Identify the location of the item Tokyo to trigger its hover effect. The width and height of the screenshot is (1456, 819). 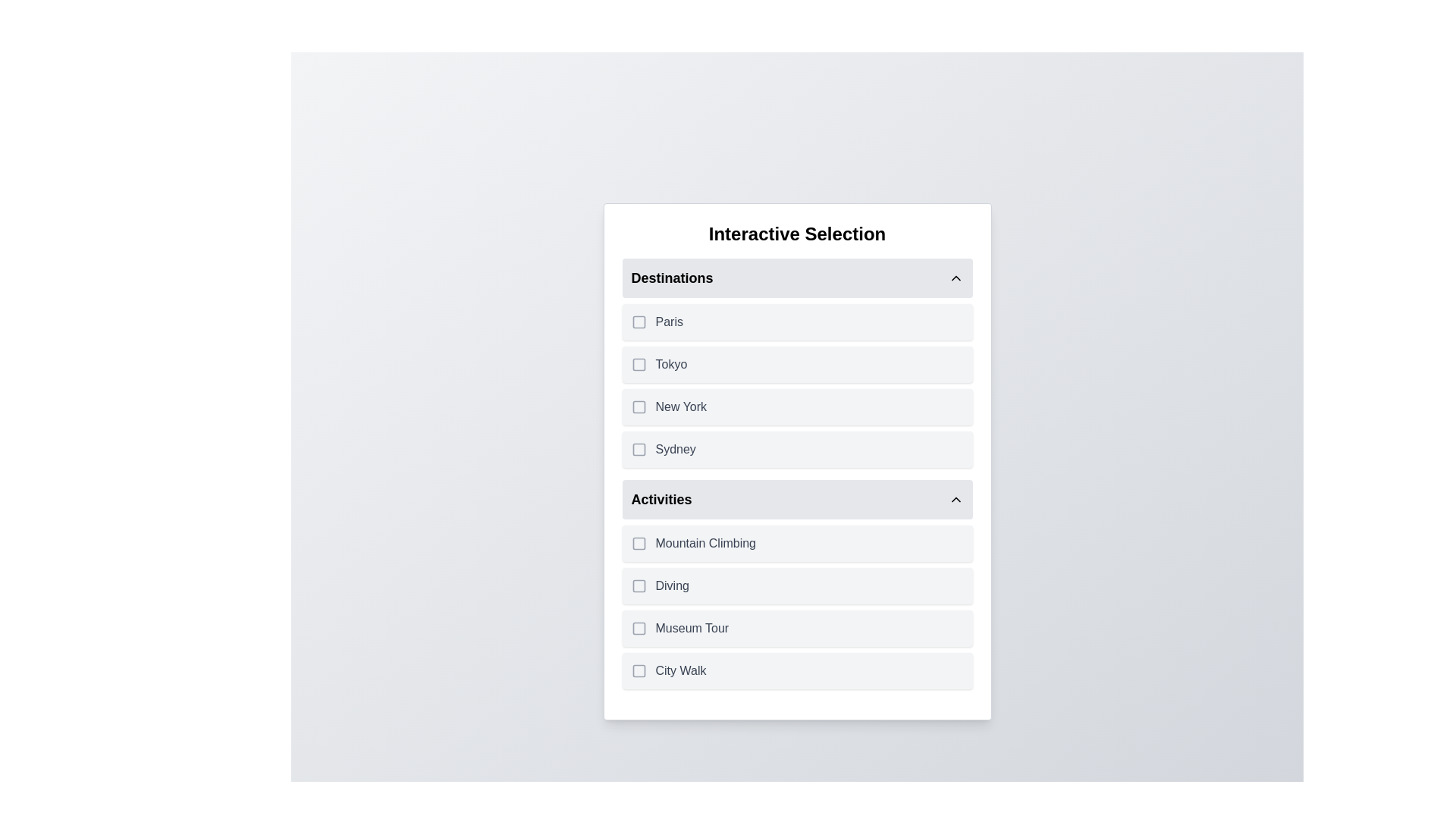
(796, 365).